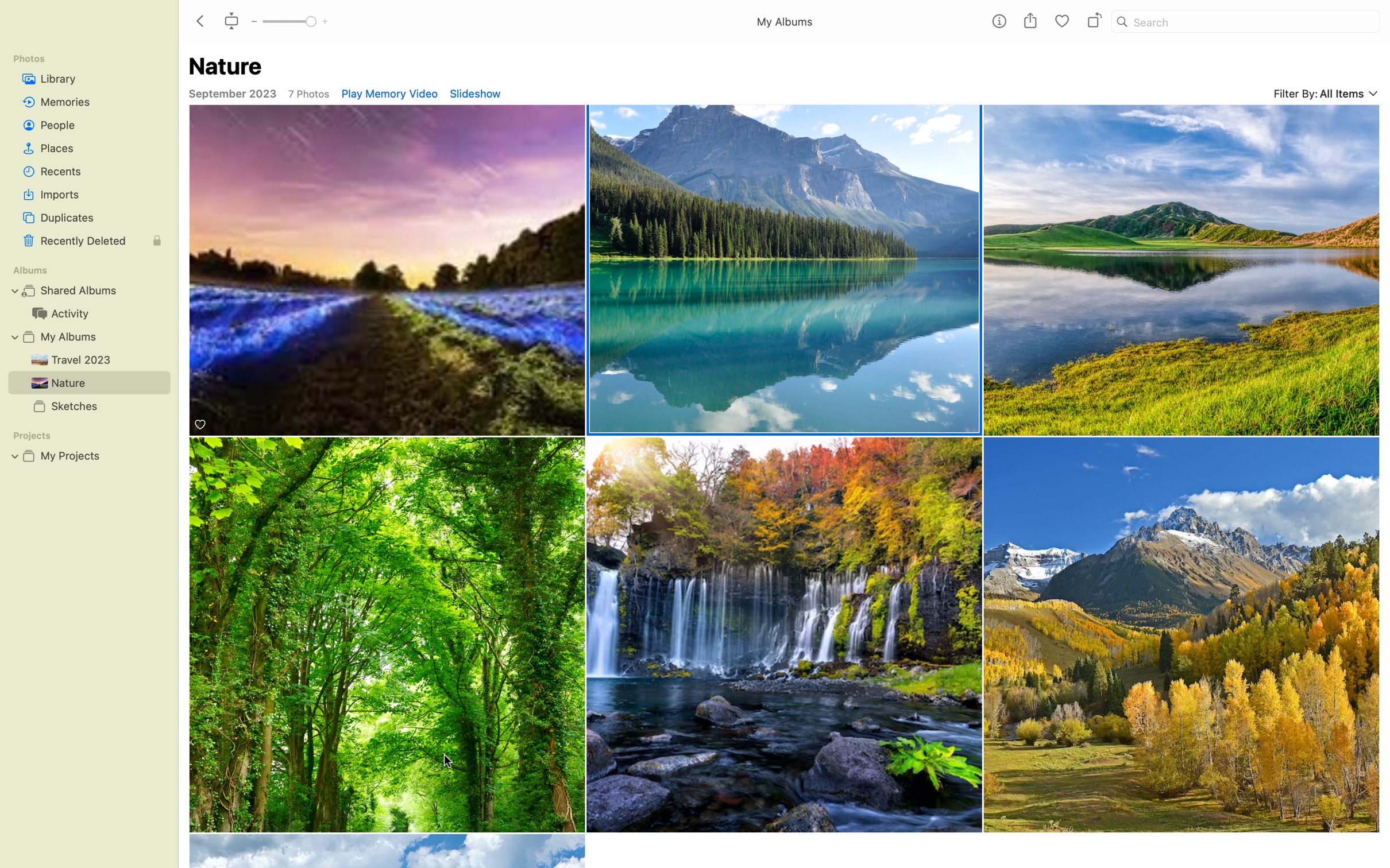 The height and width of the screenshot is (868, 1390). Describe the element at coordinates (387, 634) in the screenshot. I see `the pictures of "Forest` at that location.